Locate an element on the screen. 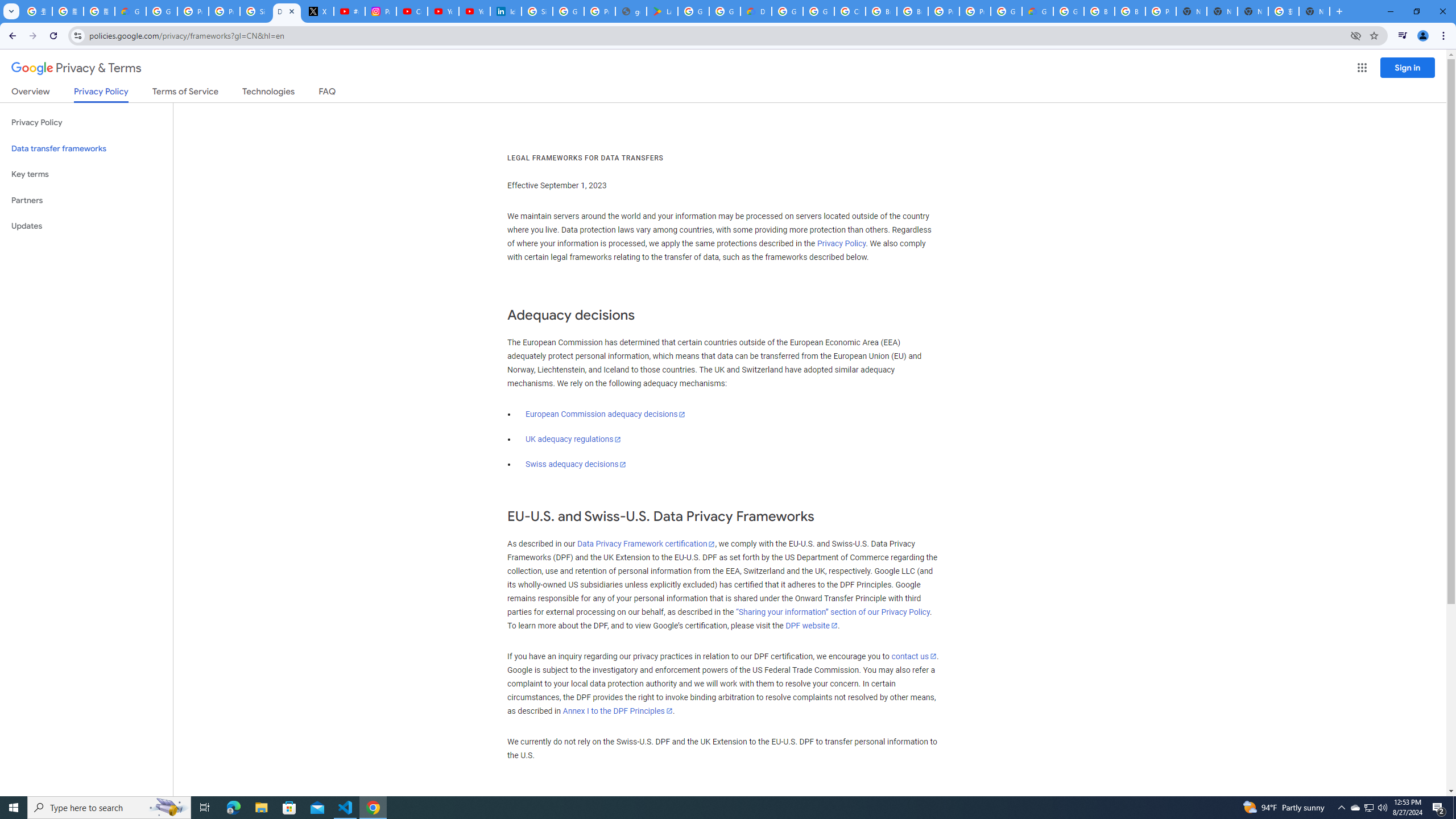 The image size is (1456, 819). 'Annex I to the DPF Principles' is located at coordinates (617, 710).